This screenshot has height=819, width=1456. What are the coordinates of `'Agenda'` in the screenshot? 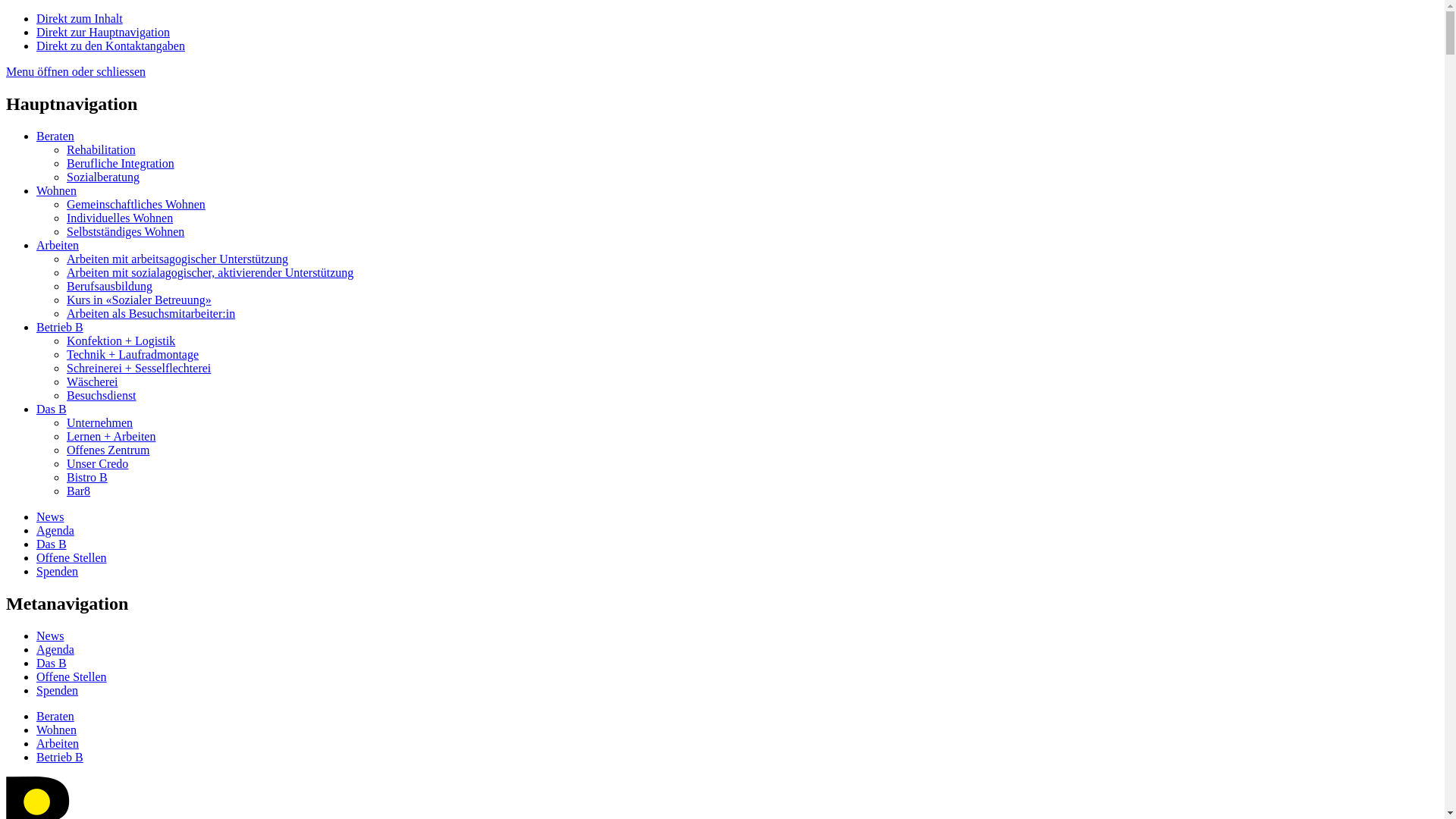 It's located at (55, 529).